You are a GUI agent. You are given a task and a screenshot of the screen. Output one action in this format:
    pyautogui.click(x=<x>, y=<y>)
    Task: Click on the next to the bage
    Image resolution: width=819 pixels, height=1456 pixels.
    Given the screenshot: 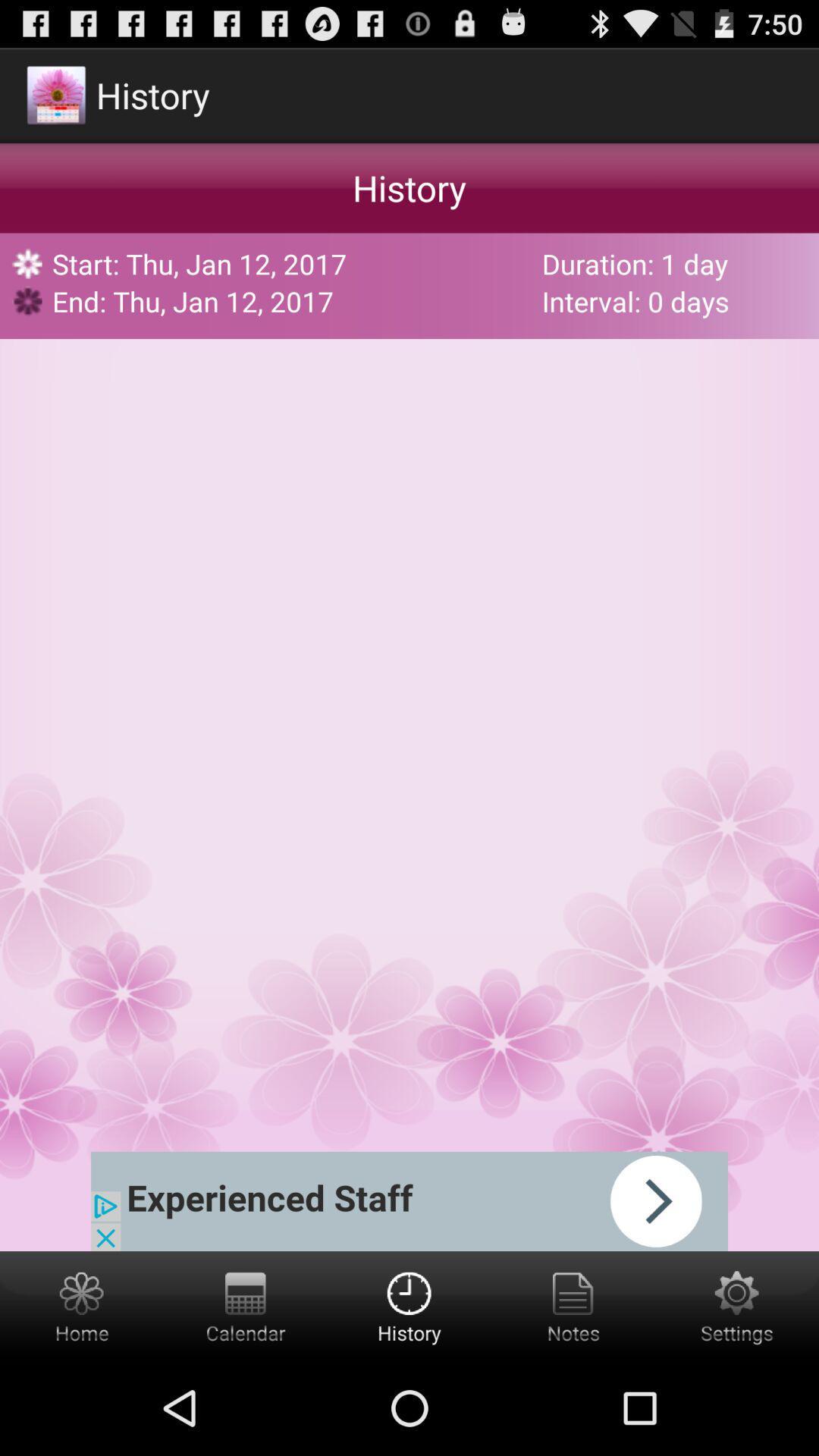 What is the action you would take?
    pyautogui.click(x=409, y=1200)
    